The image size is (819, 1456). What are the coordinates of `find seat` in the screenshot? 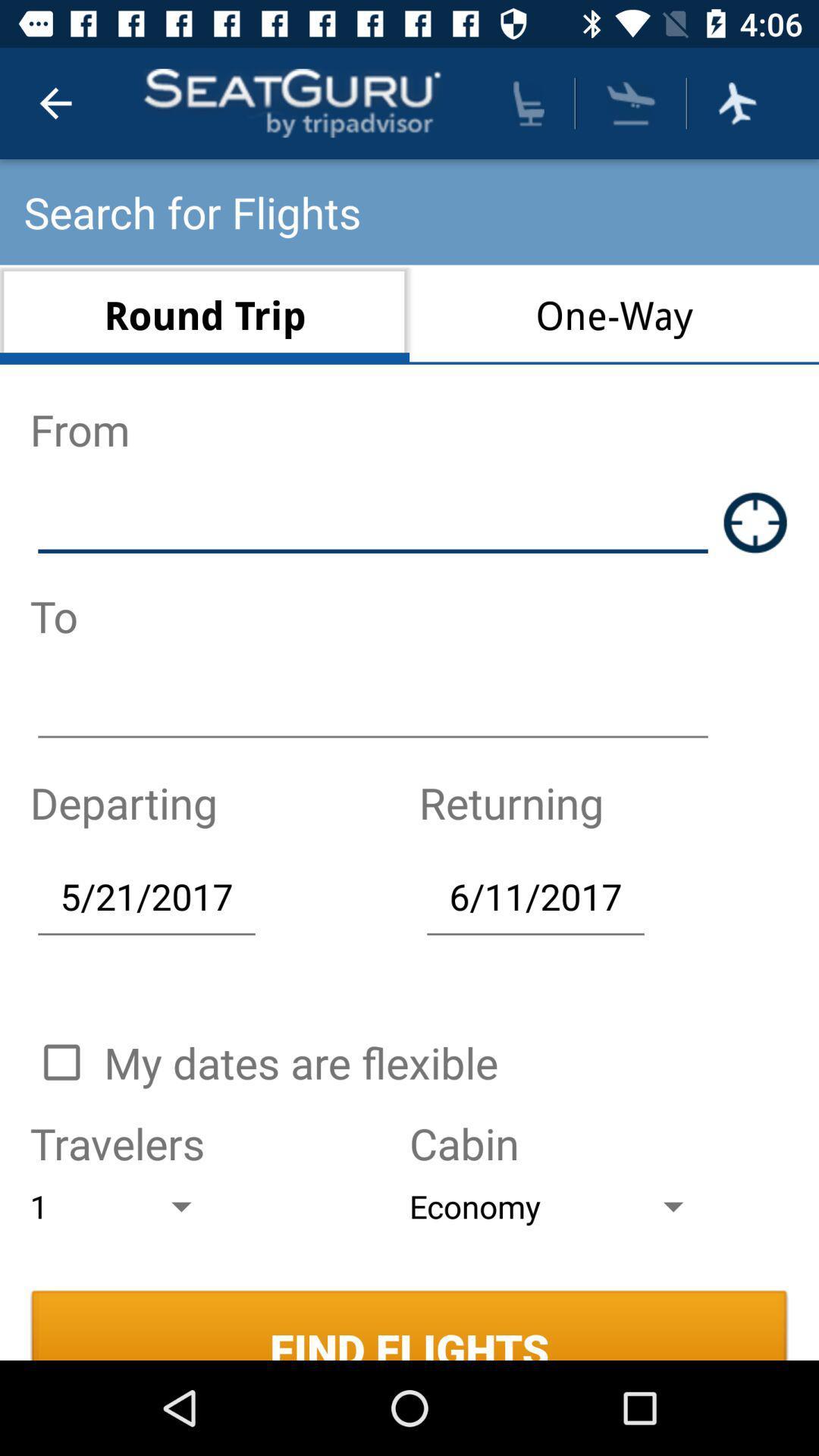 It's located at (528, 102).